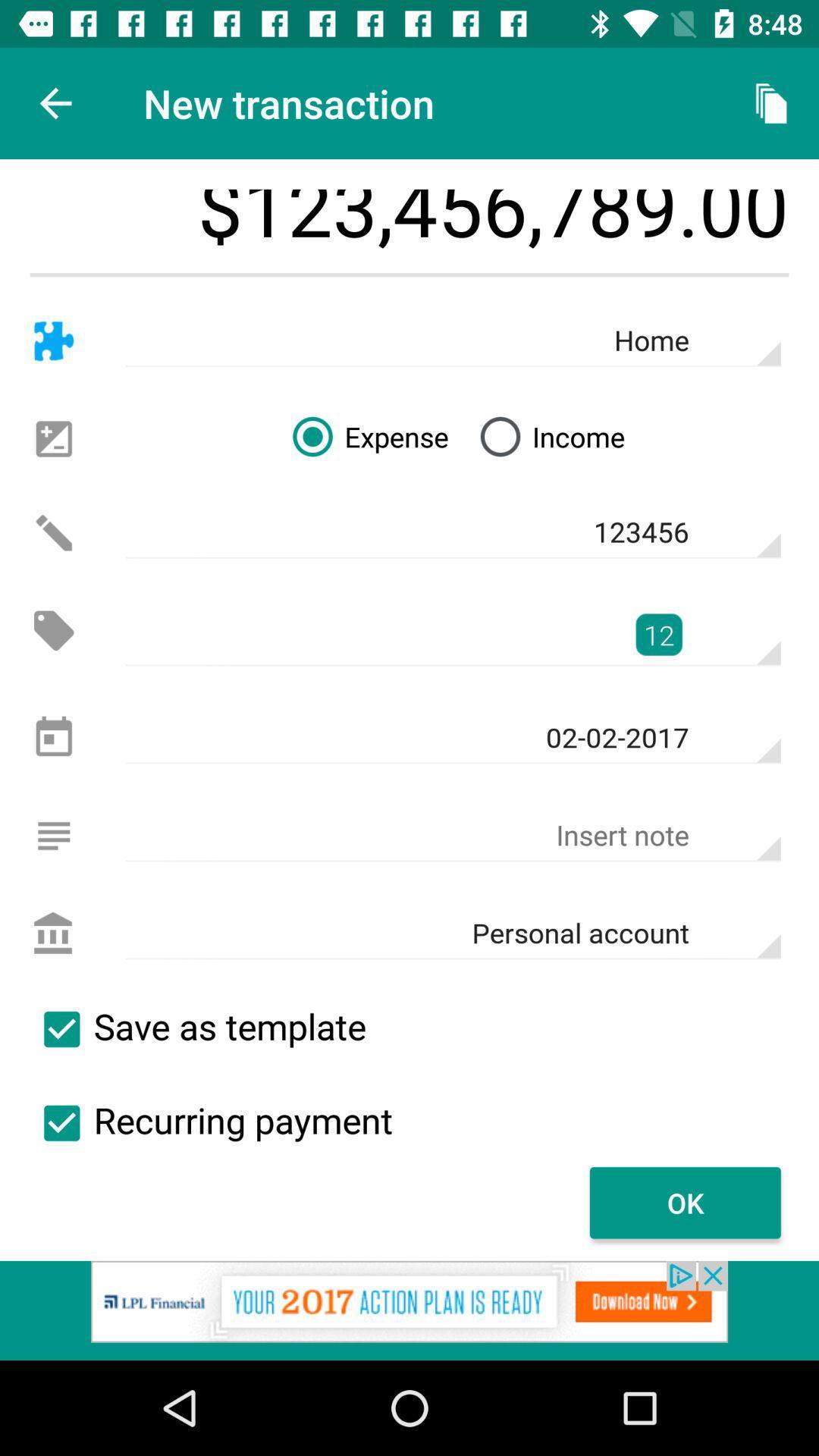 Image resolution: width=819 pixels, height=1456 pixels. What do you see at coordinates (53, 835) in the screenshot?
I see `a note` at bounding box center [53, 835].